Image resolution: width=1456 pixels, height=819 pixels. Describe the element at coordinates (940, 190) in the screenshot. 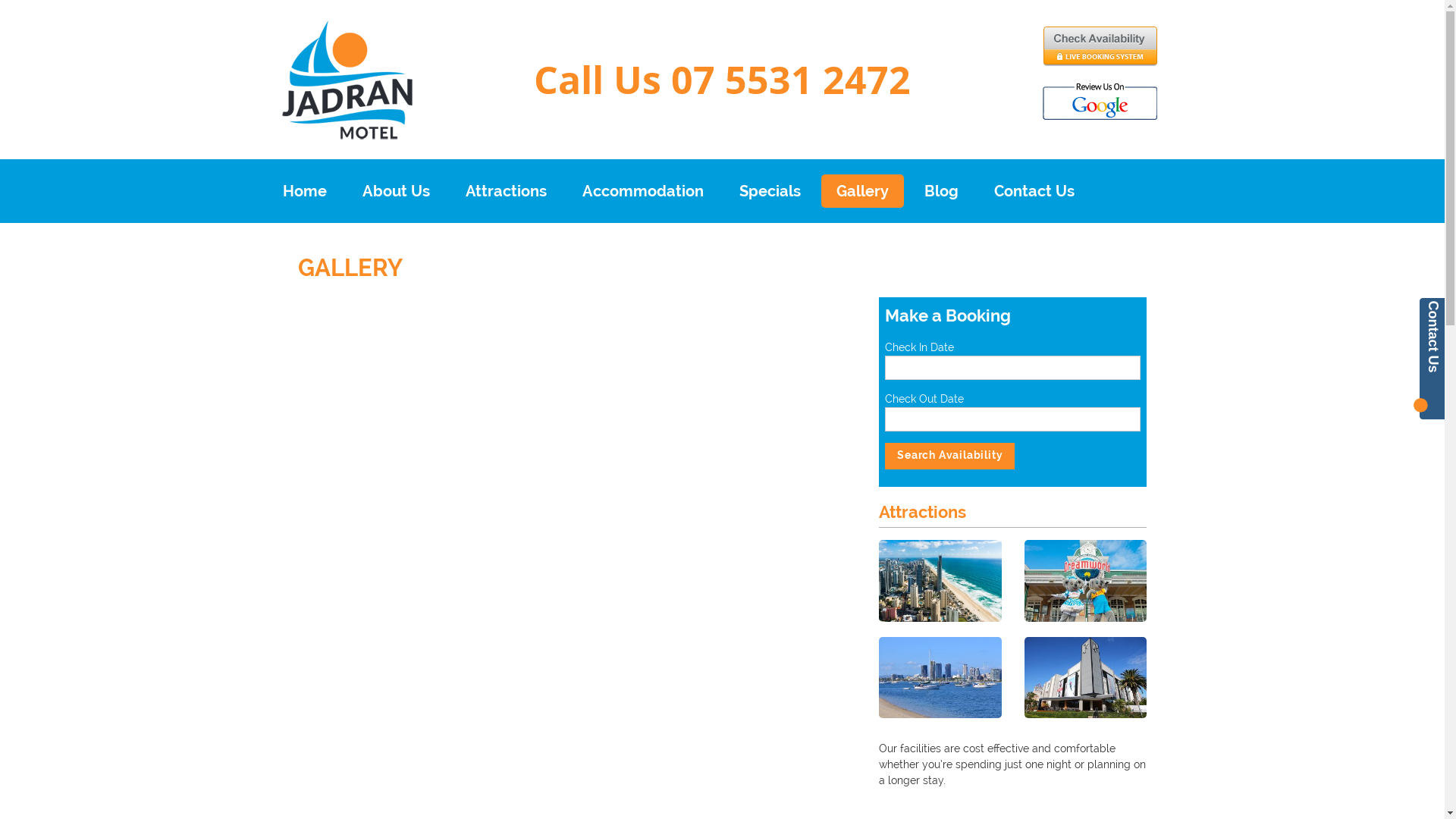

I see `'Blog'` at that location.